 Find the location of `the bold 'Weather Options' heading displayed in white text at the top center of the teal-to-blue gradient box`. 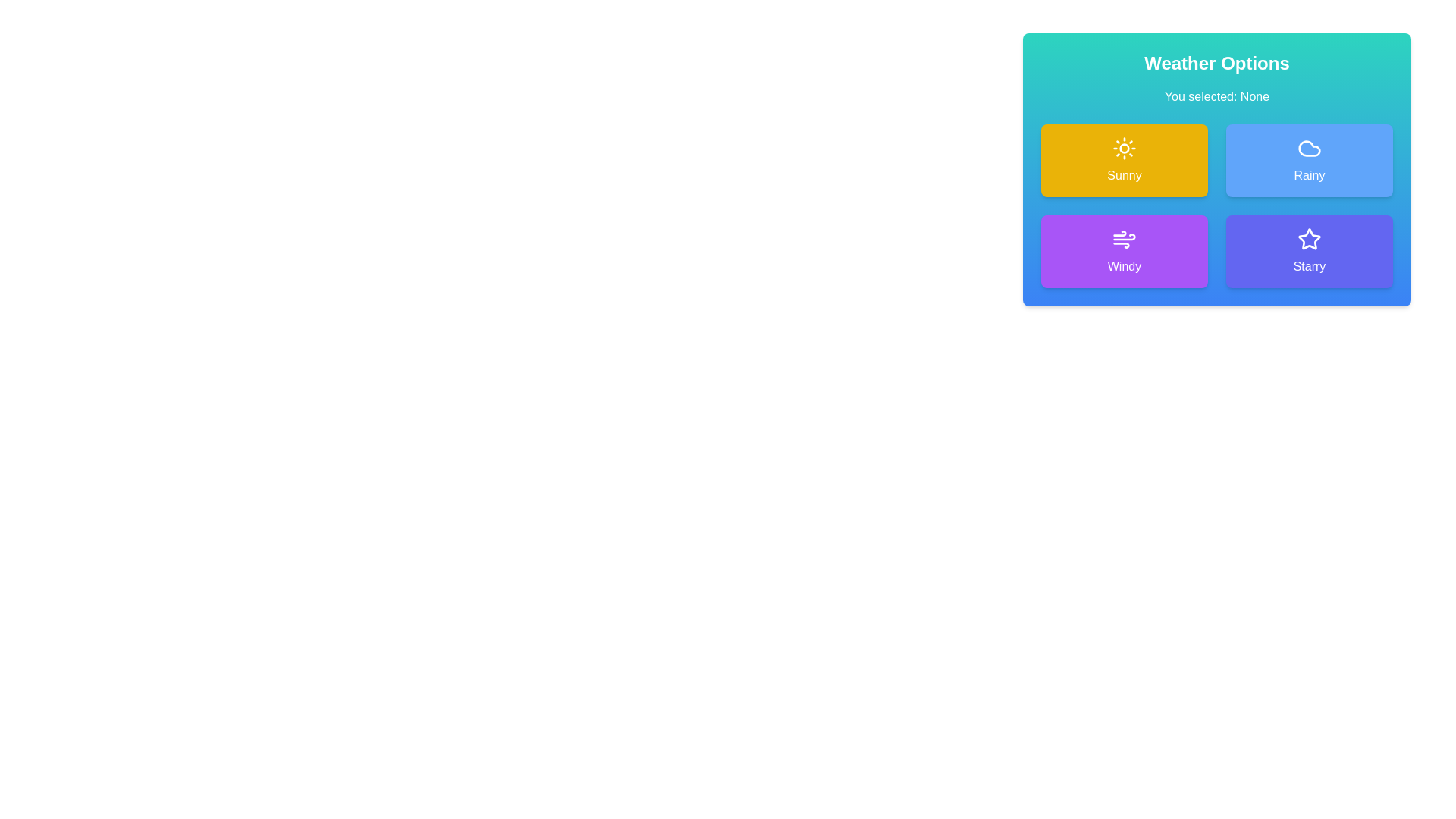

the bold 'Weather Options' heading displayed in white text at the top center of the teal-to-blue gradient box is located at coordinates (1216, 63).